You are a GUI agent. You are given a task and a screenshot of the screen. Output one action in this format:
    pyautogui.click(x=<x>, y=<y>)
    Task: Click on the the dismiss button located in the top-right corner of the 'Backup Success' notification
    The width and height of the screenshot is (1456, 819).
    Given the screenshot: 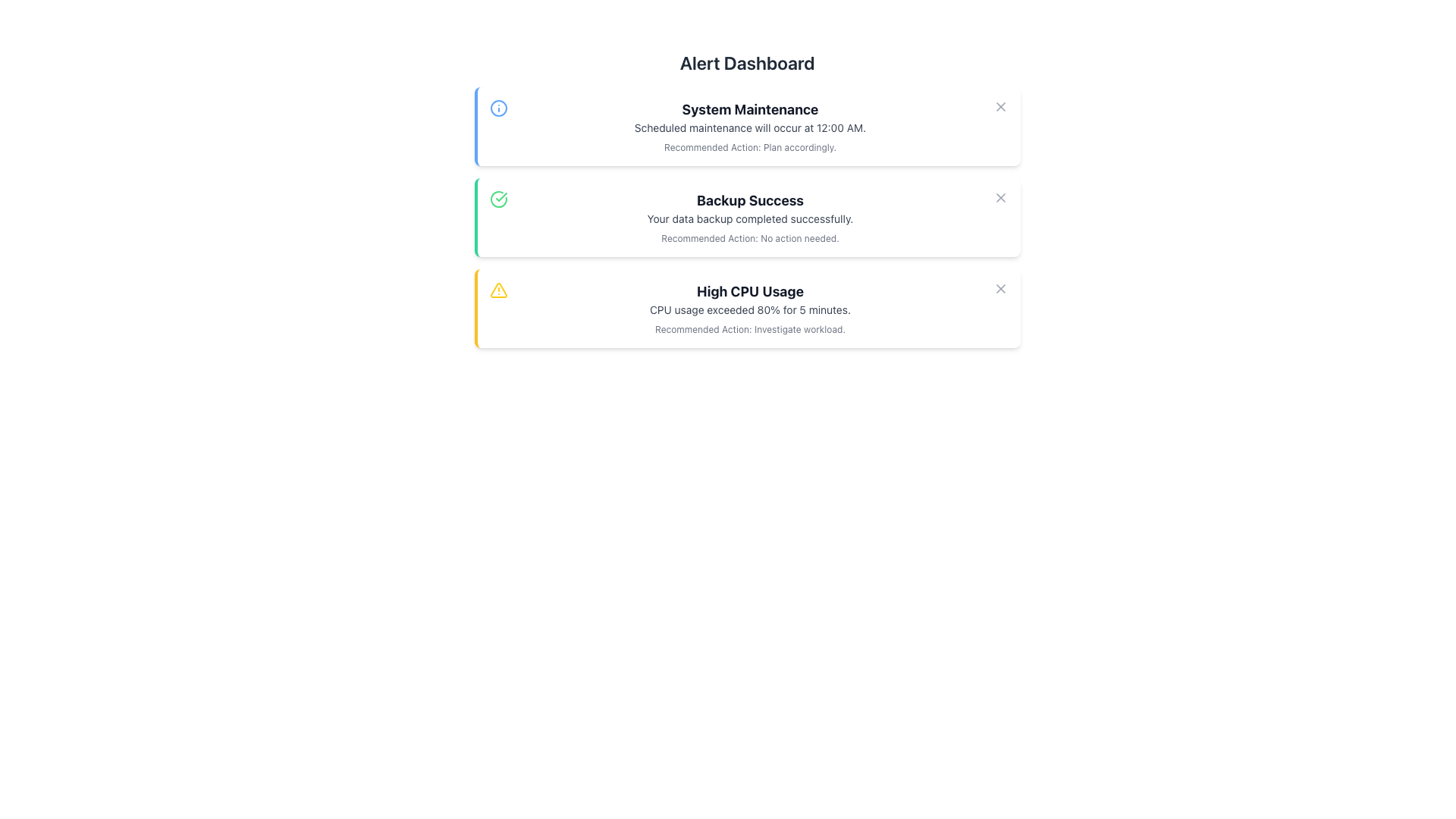 What is the action you would take?
    pyautogui.click(x=1000, y=197)
    